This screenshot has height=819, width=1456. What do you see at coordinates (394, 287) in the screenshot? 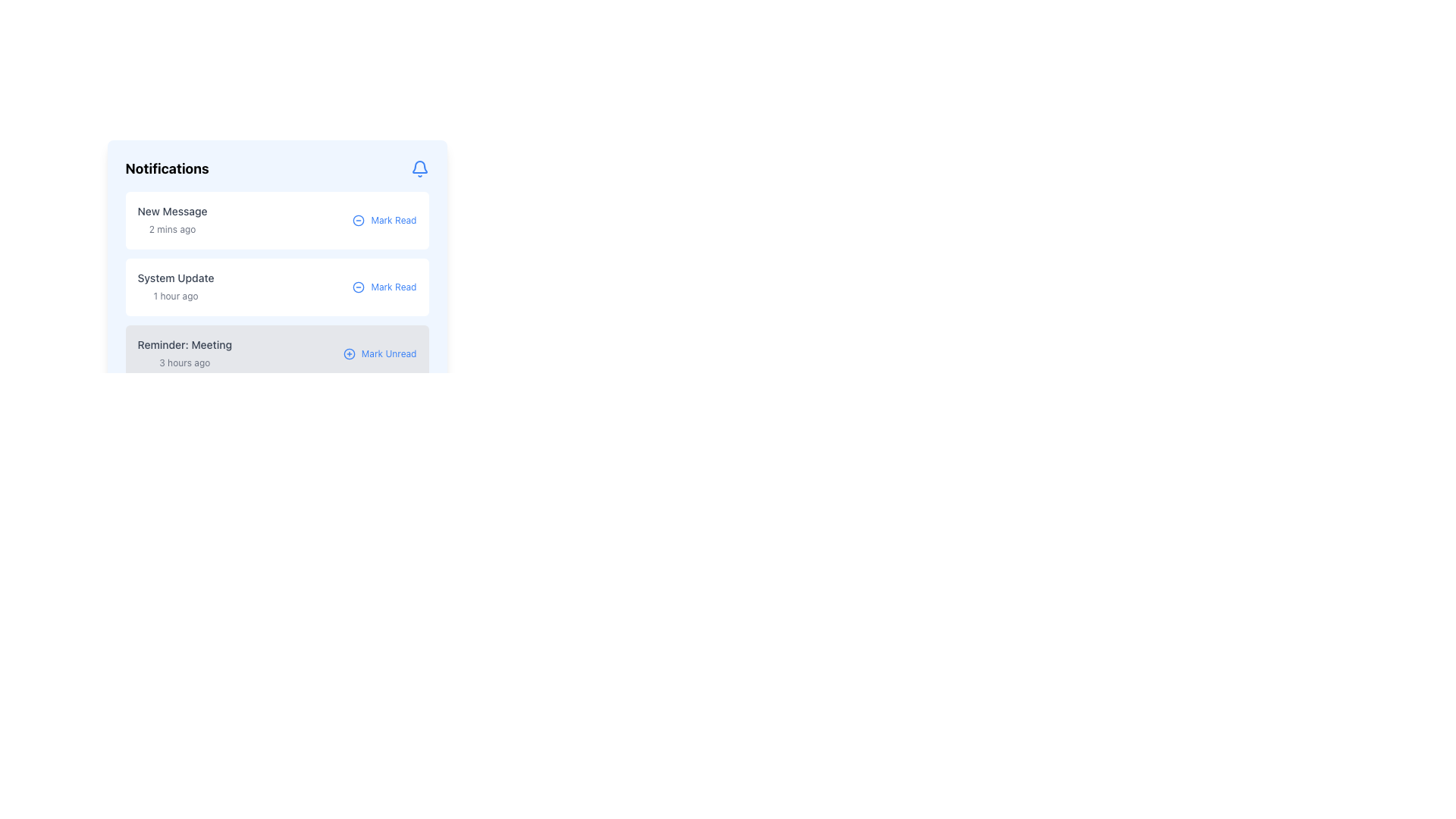
I see `the 'Mark Read' link located to the right of the 'System Update' entry in the notification list` at bounding box center [394, 287].